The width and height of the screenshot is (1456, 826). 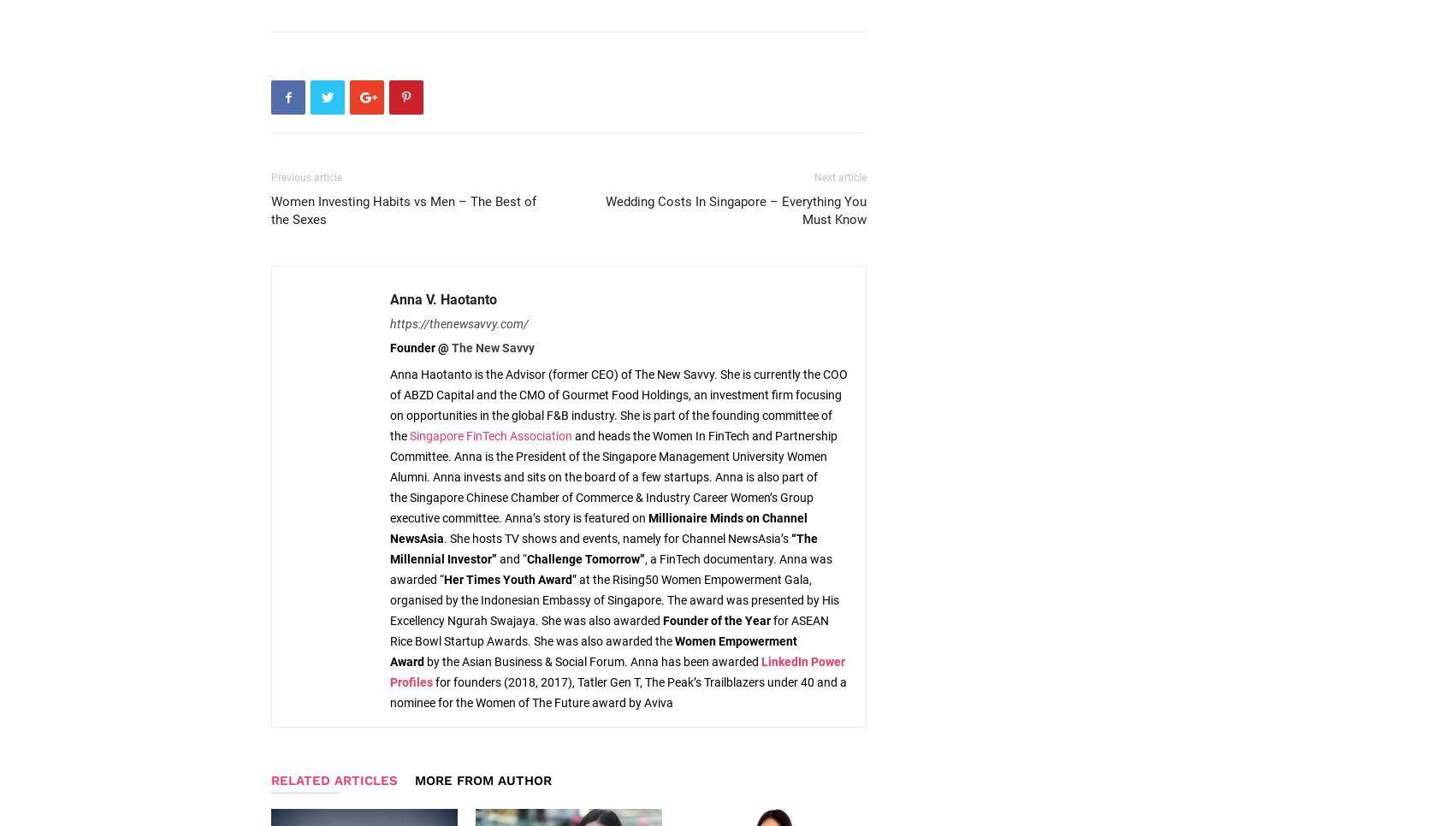 I want to click on 'Next article', so click(x=814, y=177).